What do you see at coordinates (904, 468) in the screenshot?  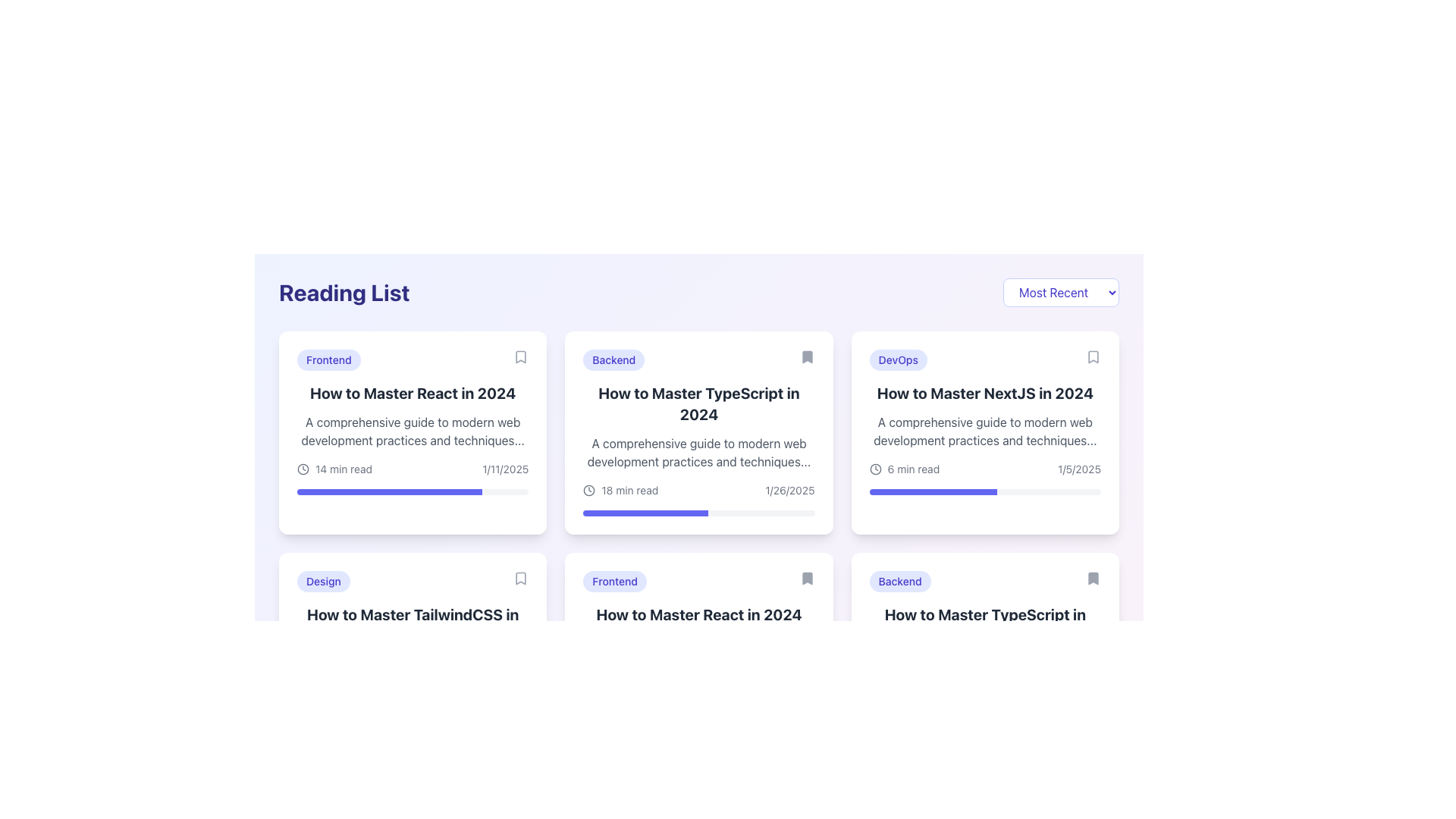 I see `text '6 min read' displayed in a gray label with a clock icon to its left, located towards the bottom-right corner of the 'How to Master NextJS in 2024' card` at bounding box center [904, 468].